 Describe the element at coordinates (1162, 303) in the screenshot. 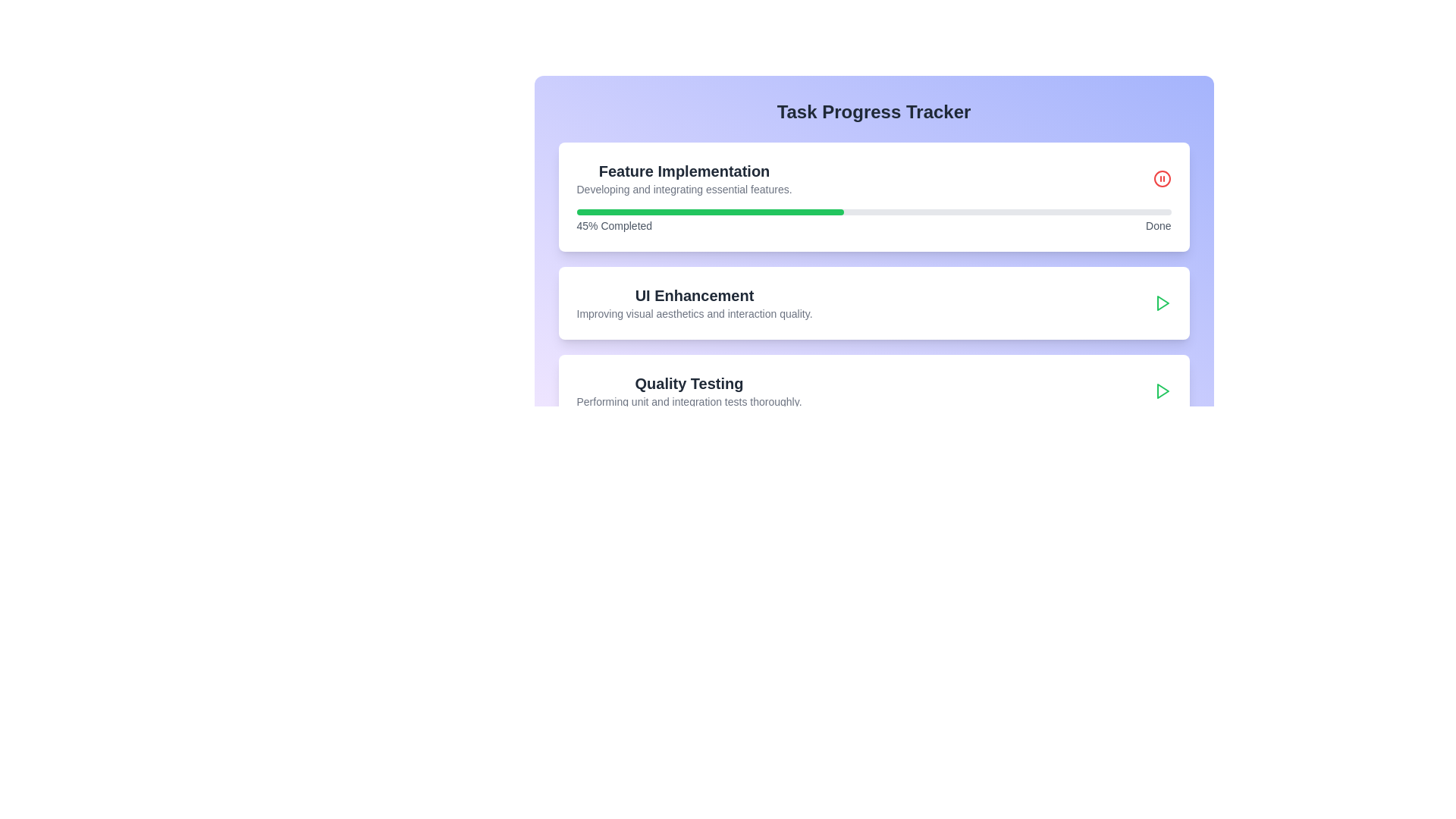

I see `the 'play' icon button located on the right side of the 'Quality Testing' task row to initiate the action` at that location.